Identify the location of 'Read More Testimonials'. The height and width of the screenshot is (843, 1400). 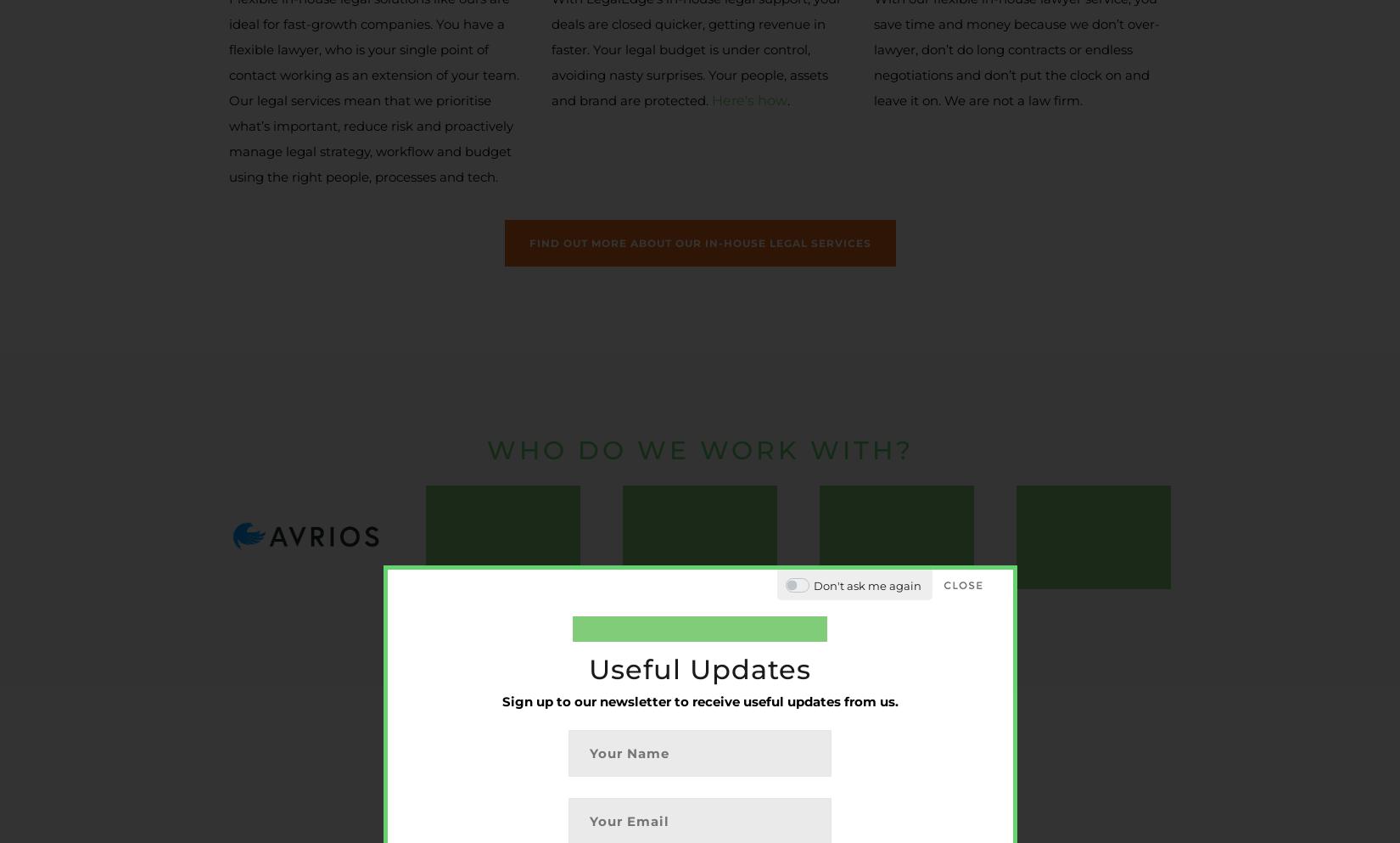
(698, 323).